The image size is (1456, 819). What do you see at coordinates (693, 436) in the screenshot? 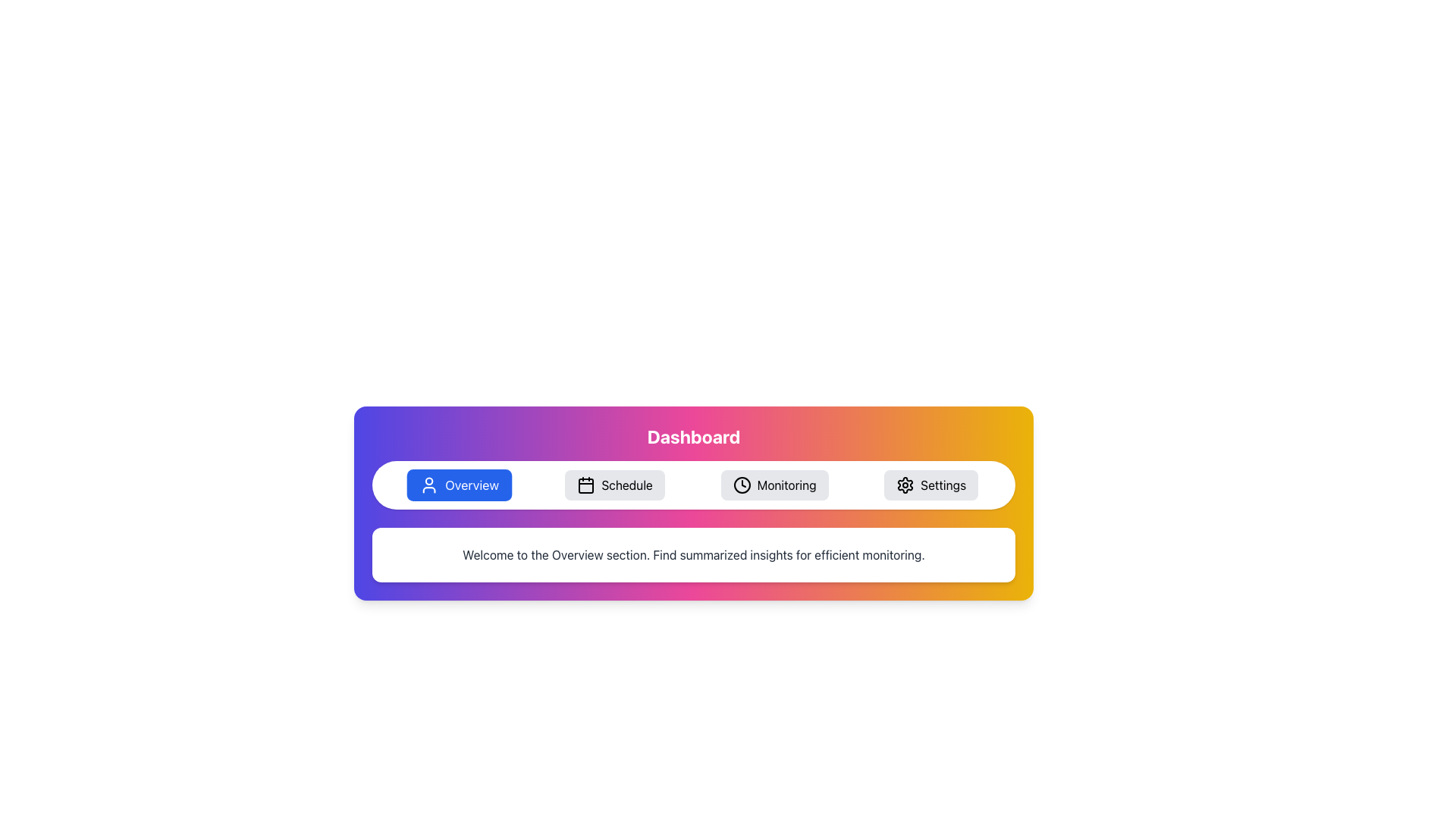
I see `the 'Dashboard' text label, which serves as a title for the current section of the interface, positioned centrally at the top of the gradient section` at bounding box center [693, 436].